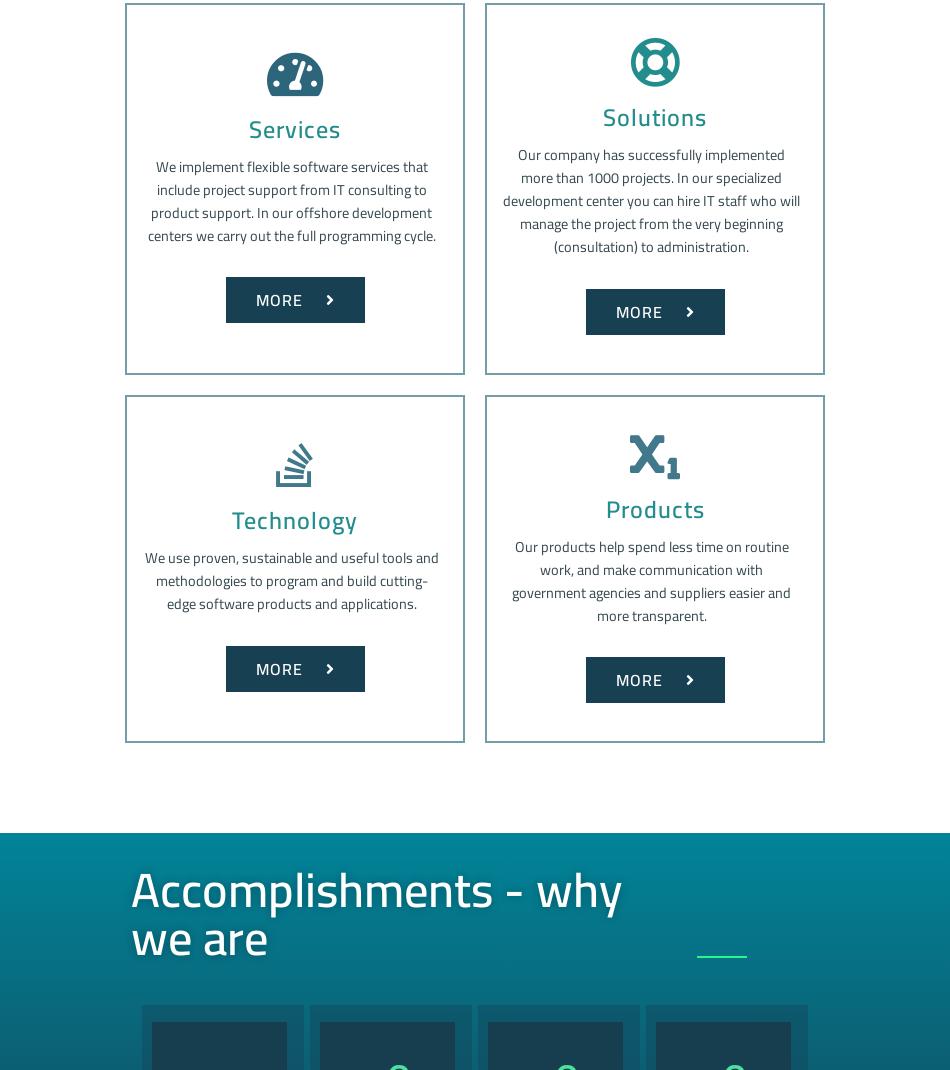  Describe the element at coordinates (289, 579) in the screenshot. I see `'We use proven, sustainable and useful tools and methodologies to program and build cutting-edge software products and applications.'` at that location.